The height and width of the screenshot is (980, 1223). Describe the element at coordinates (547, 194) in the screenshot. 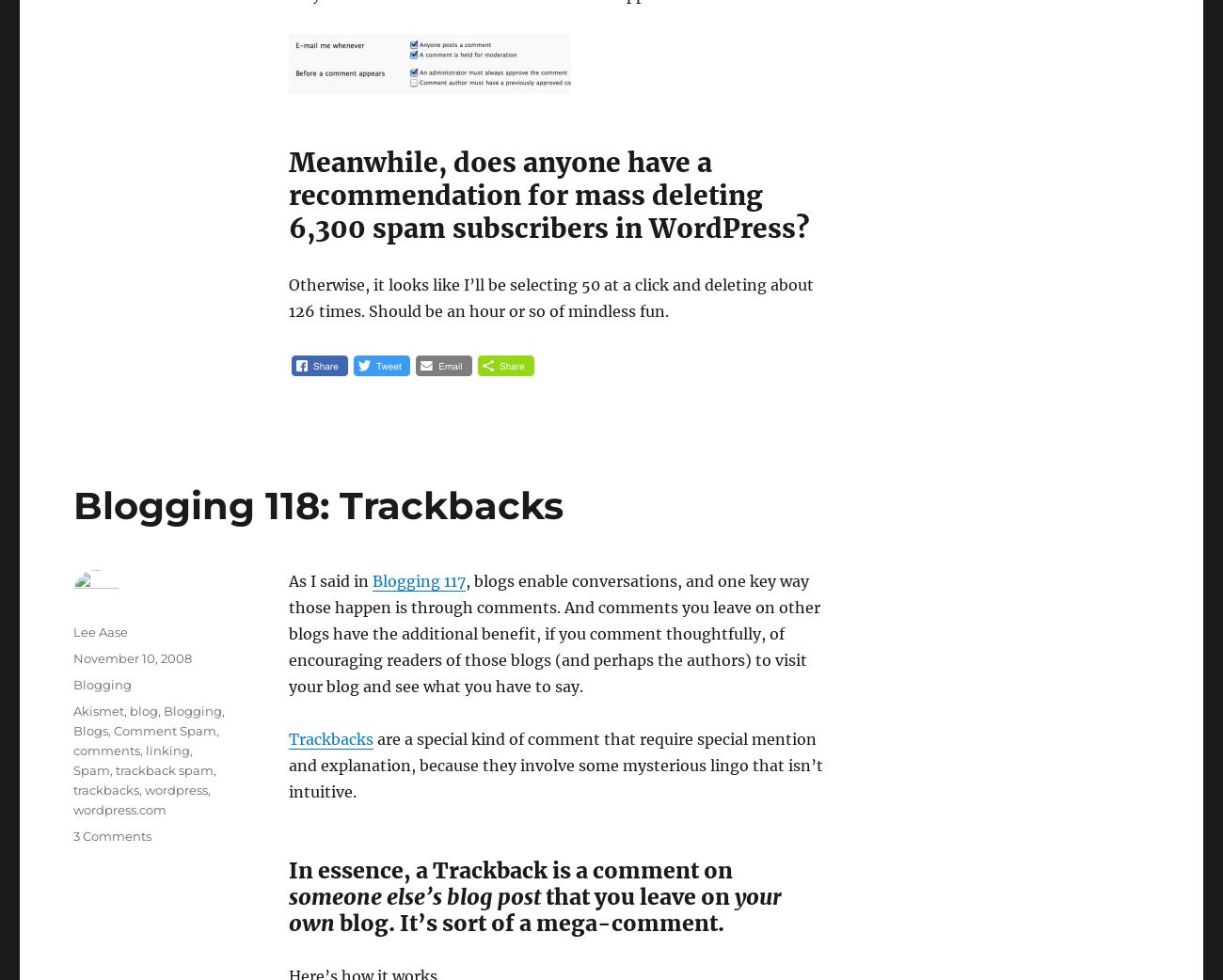

I see `'Meanwhile, does anyone have a recommendation for mass deleting 6,300 spam subscribers in WordPress?'` at that location.